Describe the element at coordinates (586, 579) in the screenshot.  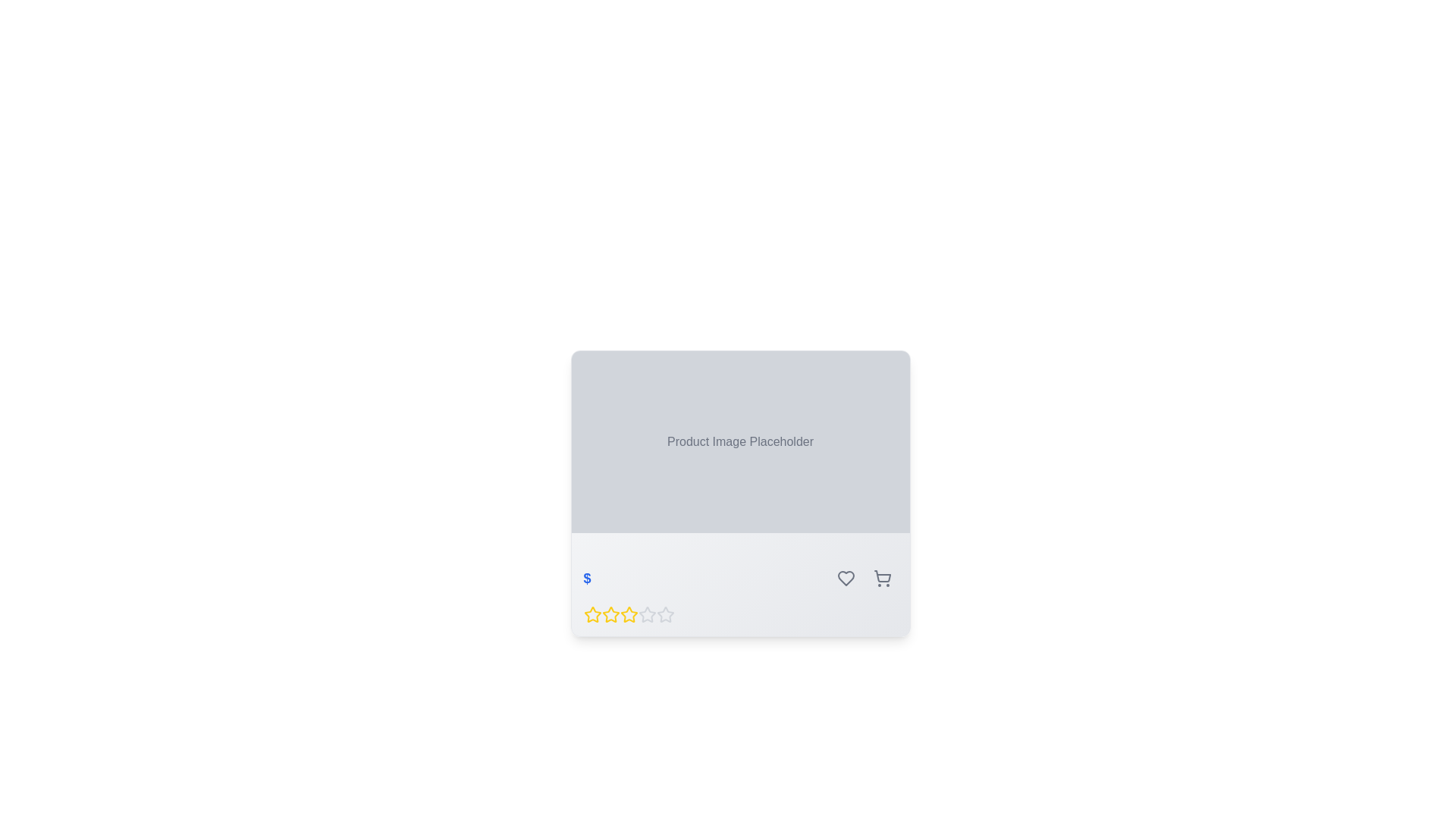
I see `the bold, blue dollar sign symbol ('$') that is prominently styled and located to the far left above the row of rating stars` at that location.